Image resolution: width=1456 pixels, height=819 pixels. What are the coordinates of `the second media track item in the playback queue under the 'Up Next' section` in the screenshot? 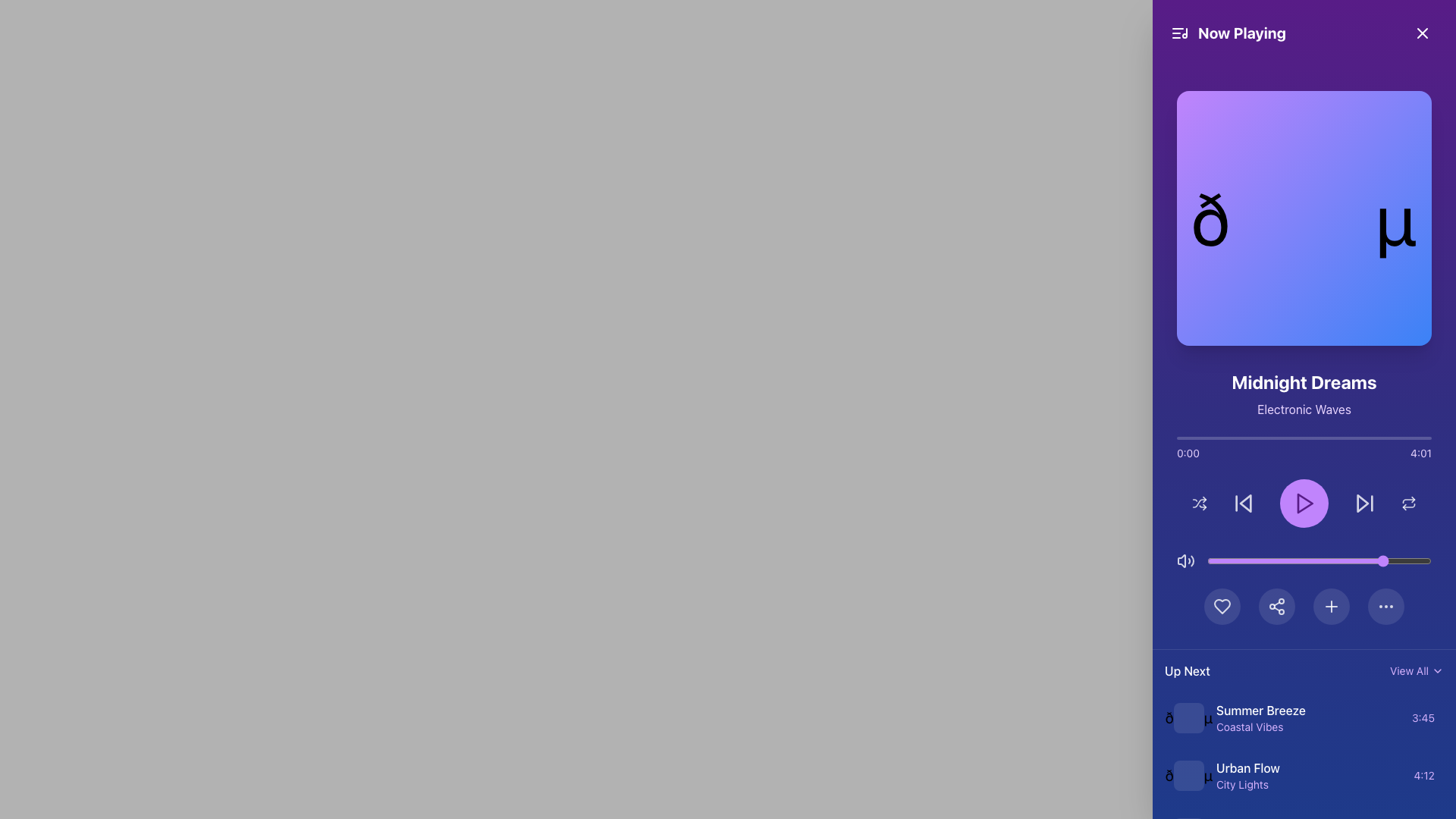 It's located at (1303, 775).